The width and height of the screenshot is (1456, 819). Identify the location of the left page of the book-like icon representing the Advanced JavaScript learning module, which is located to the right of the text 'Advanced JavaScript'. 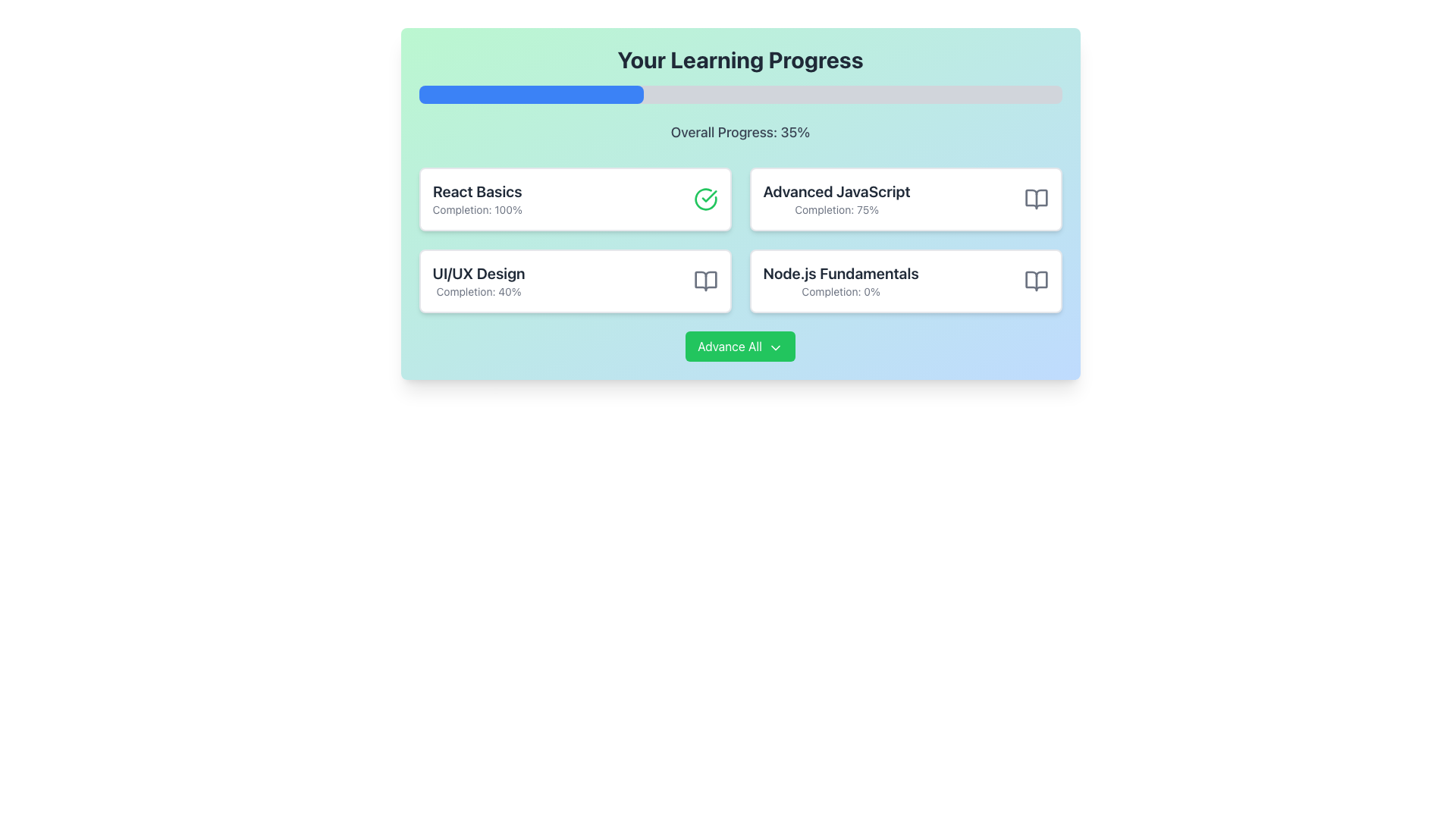
(1035, 198).